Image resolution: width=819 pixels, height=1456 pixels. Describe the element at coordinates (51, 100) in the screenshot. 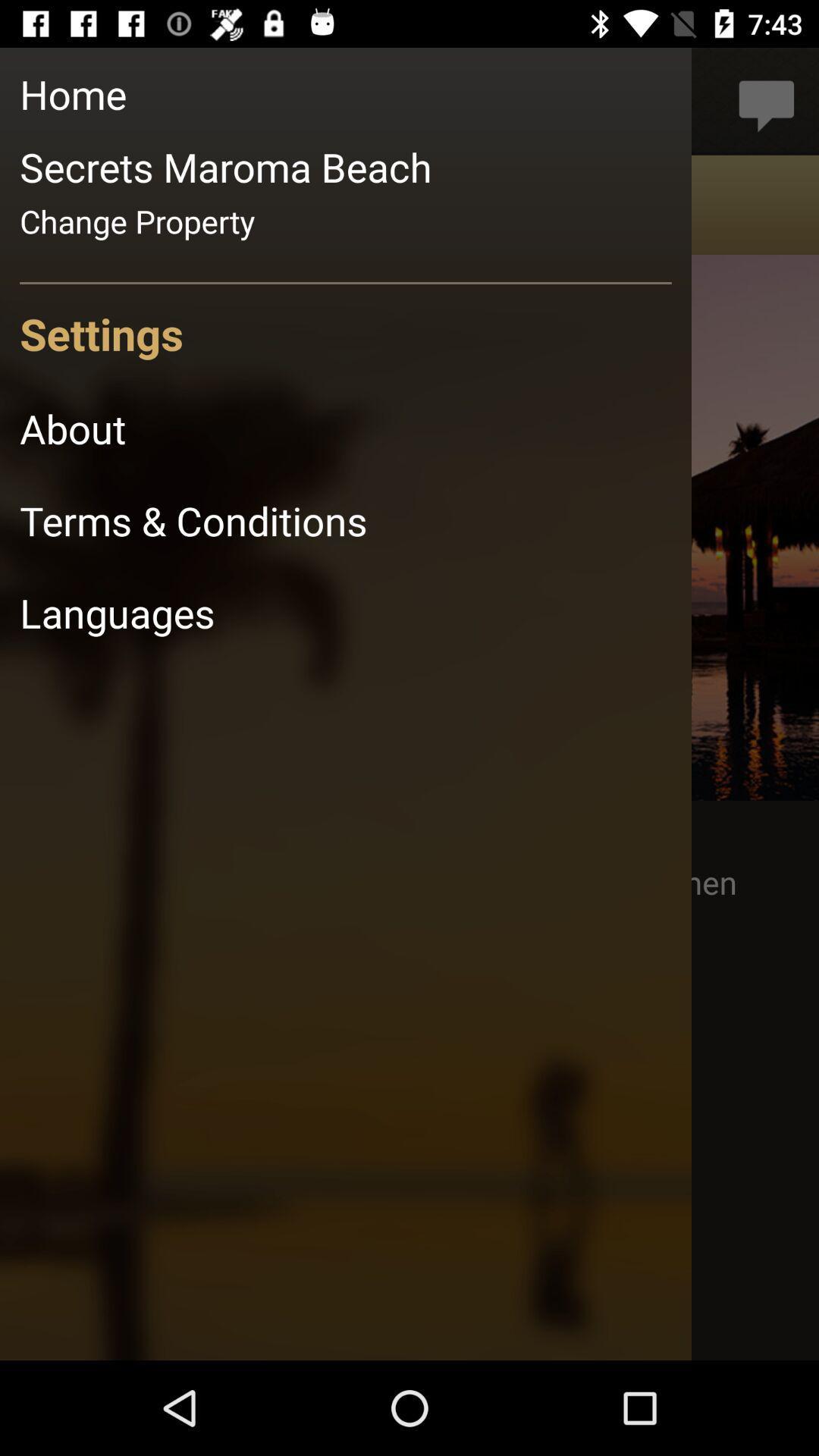

I see `the photo icon` at that location.